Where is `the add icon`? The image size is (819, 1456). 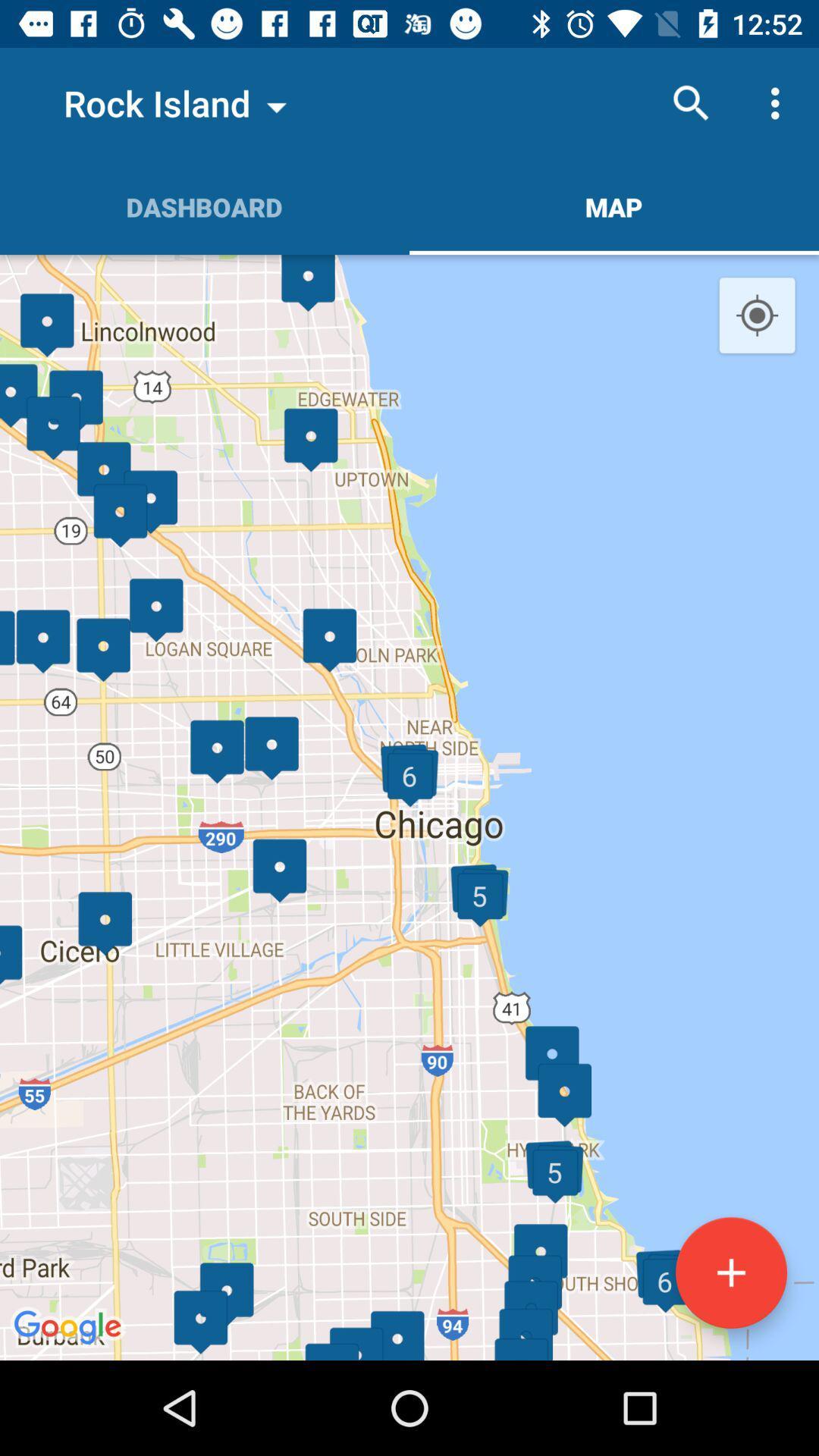 the add icon is located at coordinates (730, 1272).